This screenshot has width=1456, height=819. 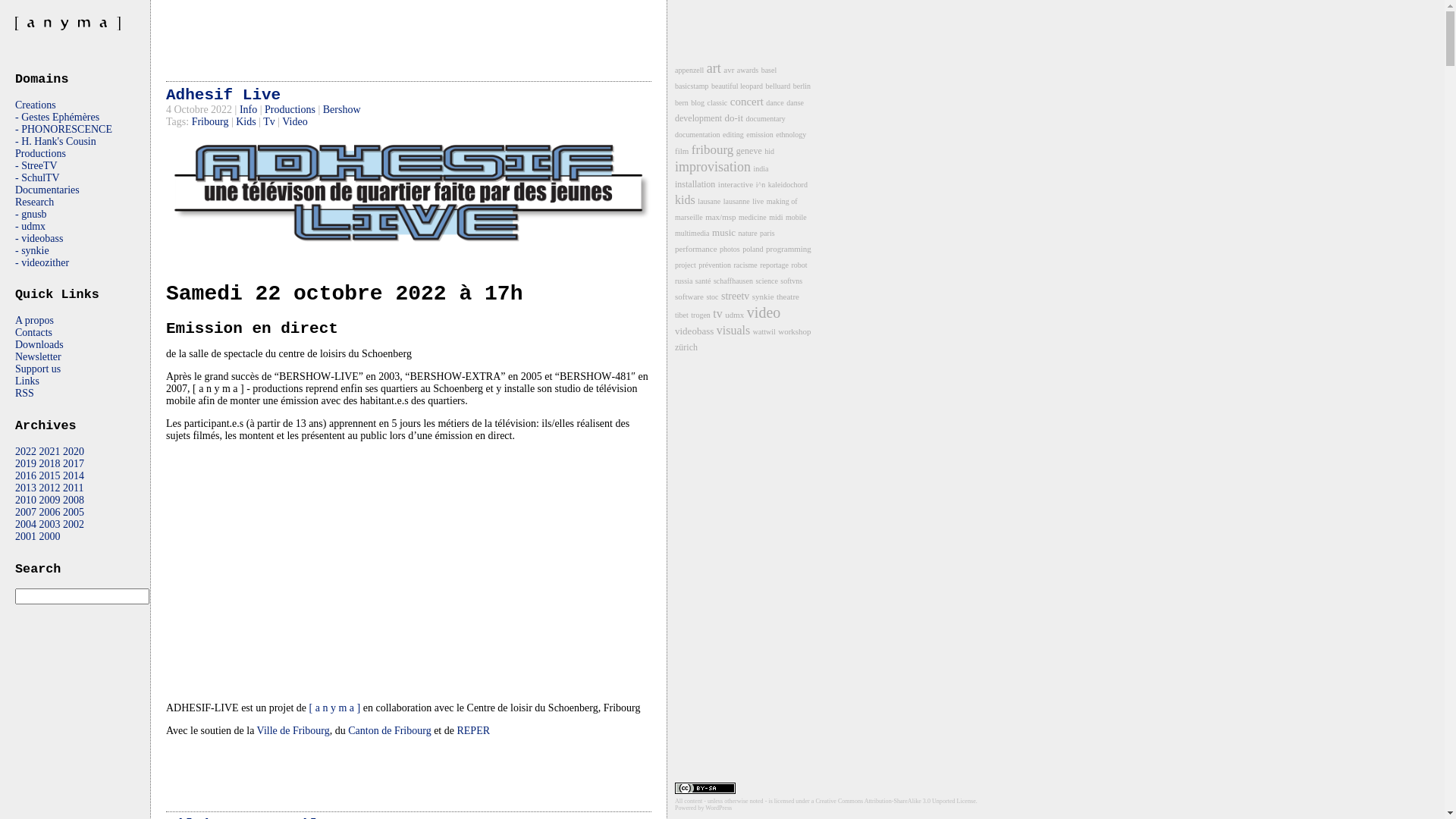 What do you see at coordinates (789, 133) in the screenshot?
I see `'ethnology'` at bounding box center [789, 133].